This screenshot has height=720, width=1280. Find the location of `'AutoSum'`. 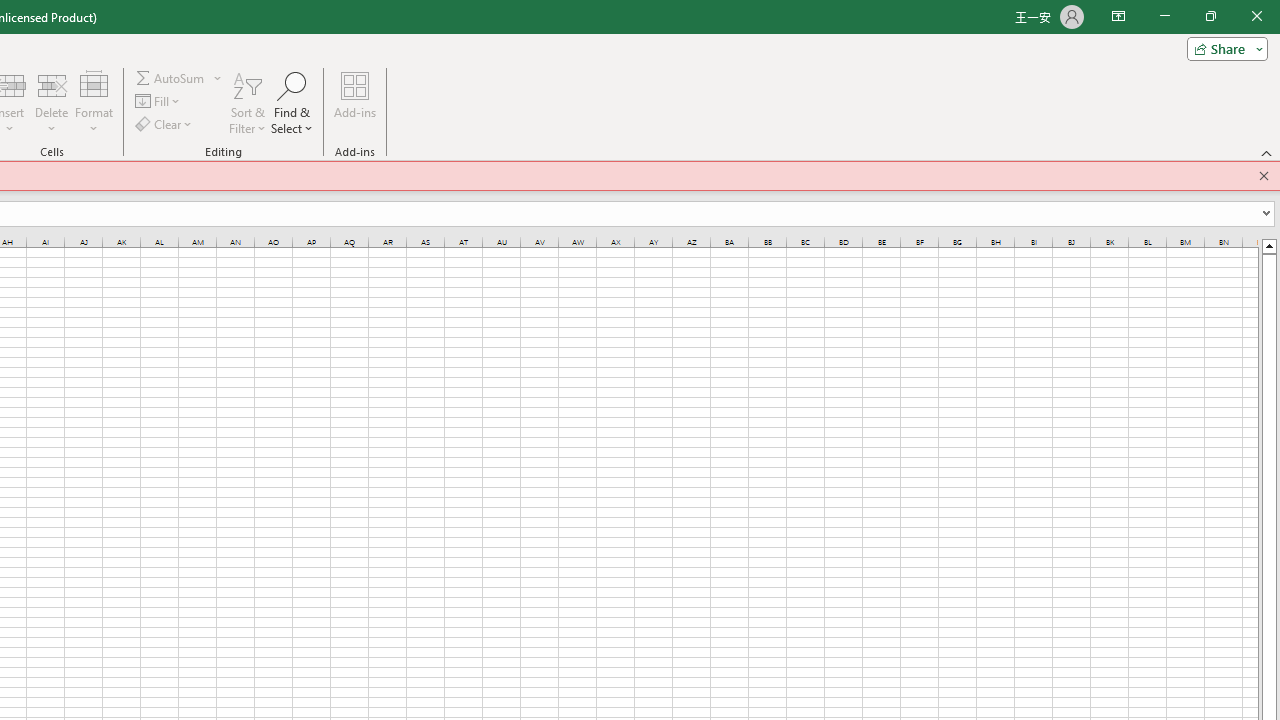

'AutoSum' is located at coordinates (179, 77).